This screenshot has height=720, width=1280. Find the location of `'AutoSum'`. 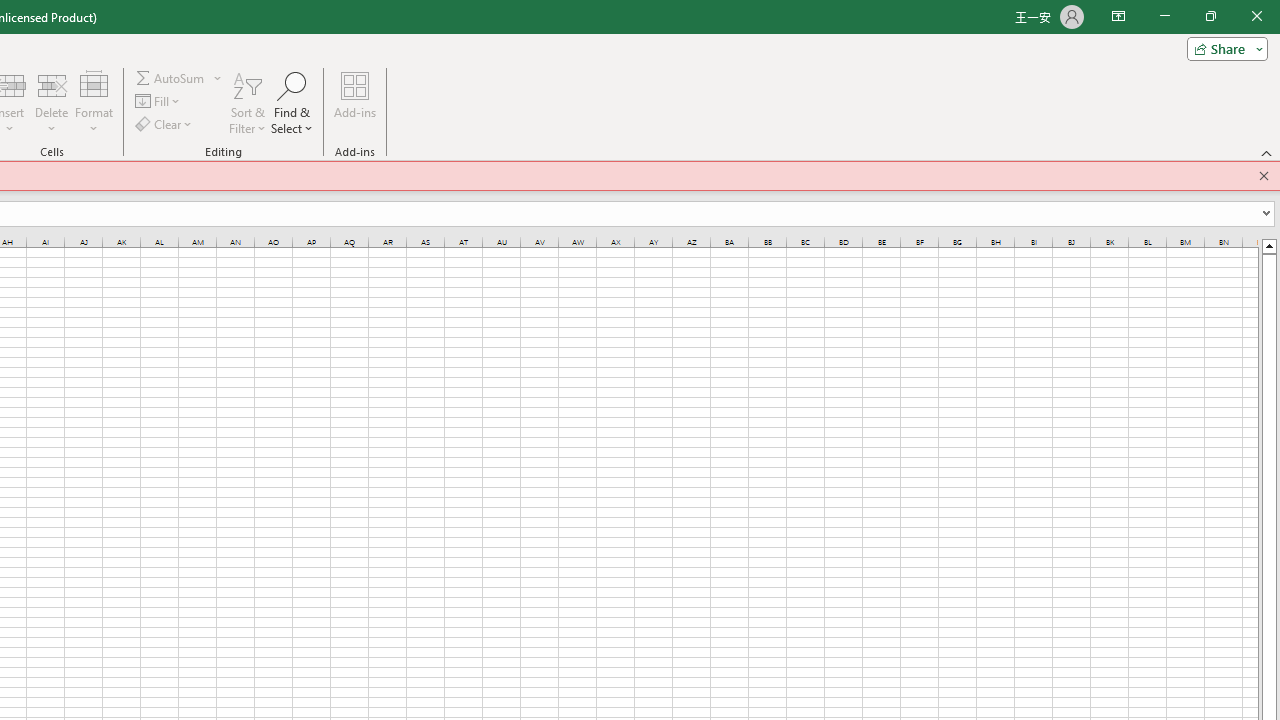

'AutoSum' is located at coordinates (179, 77).